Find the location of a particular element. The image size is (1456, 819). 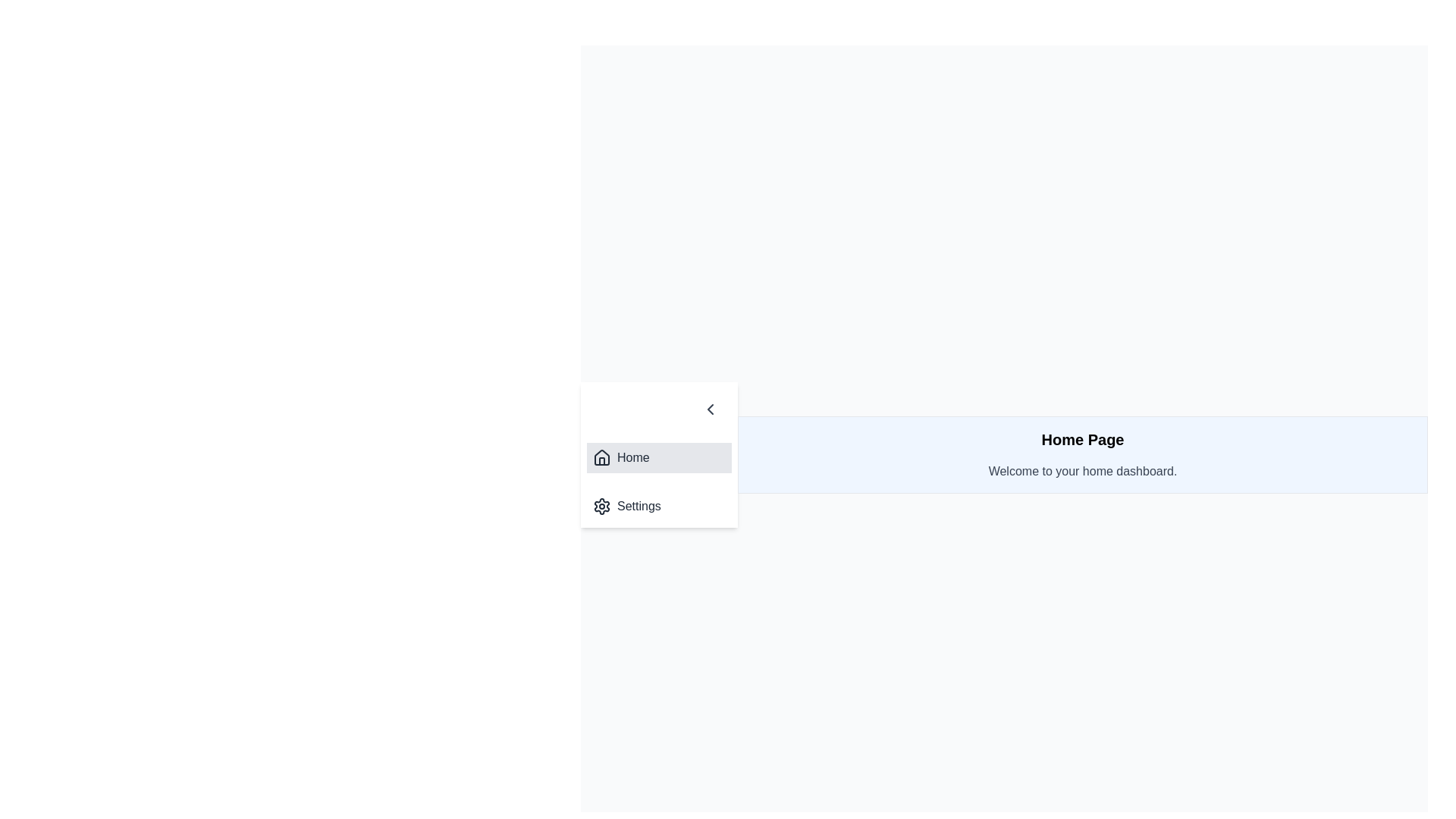

the informational text that welcomes users to the home dashboard interface, located below the 'Home Page' title is located at coordinates (1082, 470).